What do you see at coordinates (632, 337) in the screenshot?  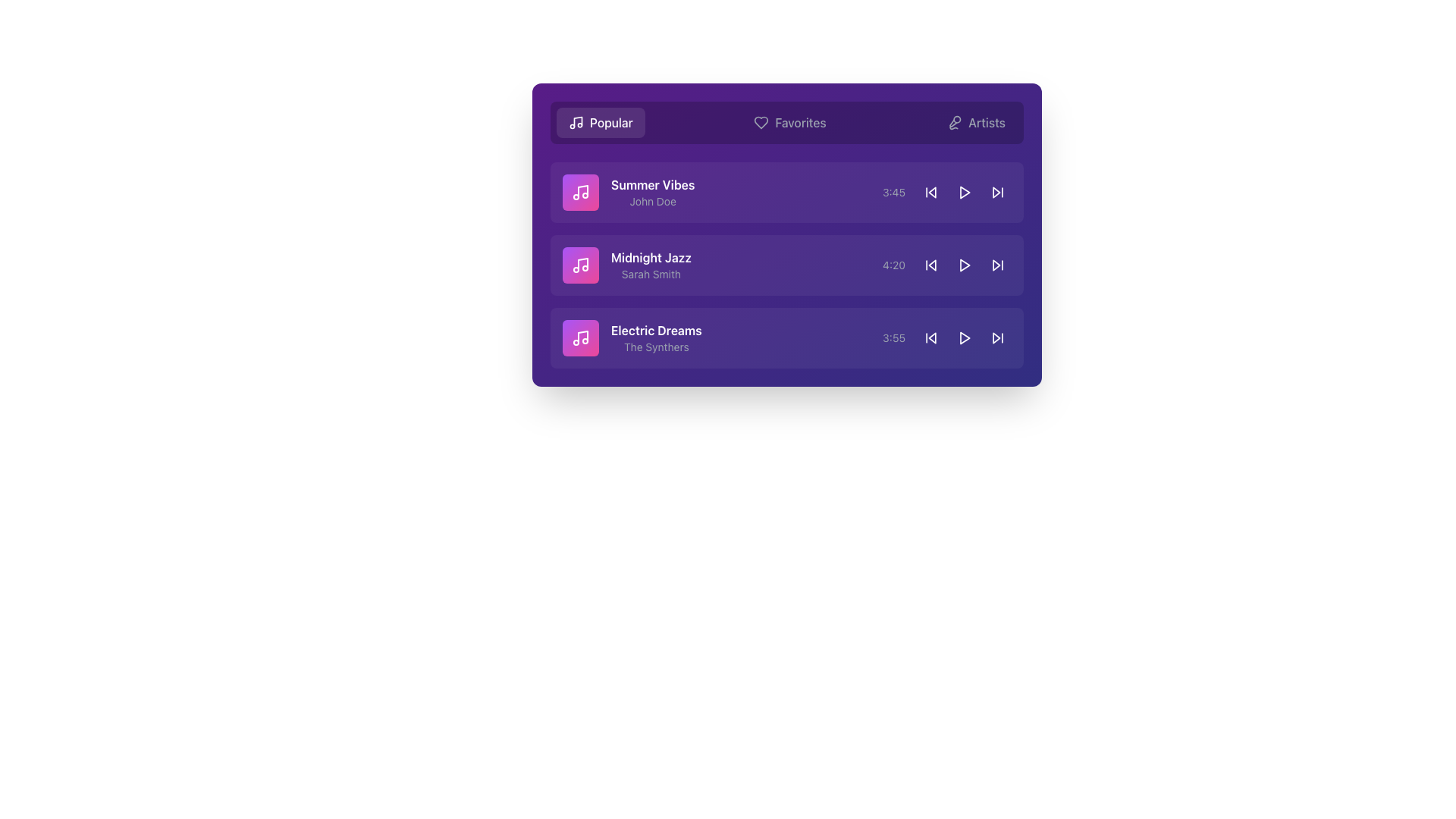 I see `the list item labeled 'Electric Dreams' which has a purple gradient background and a music note icon` at bounding box center [632, 337].